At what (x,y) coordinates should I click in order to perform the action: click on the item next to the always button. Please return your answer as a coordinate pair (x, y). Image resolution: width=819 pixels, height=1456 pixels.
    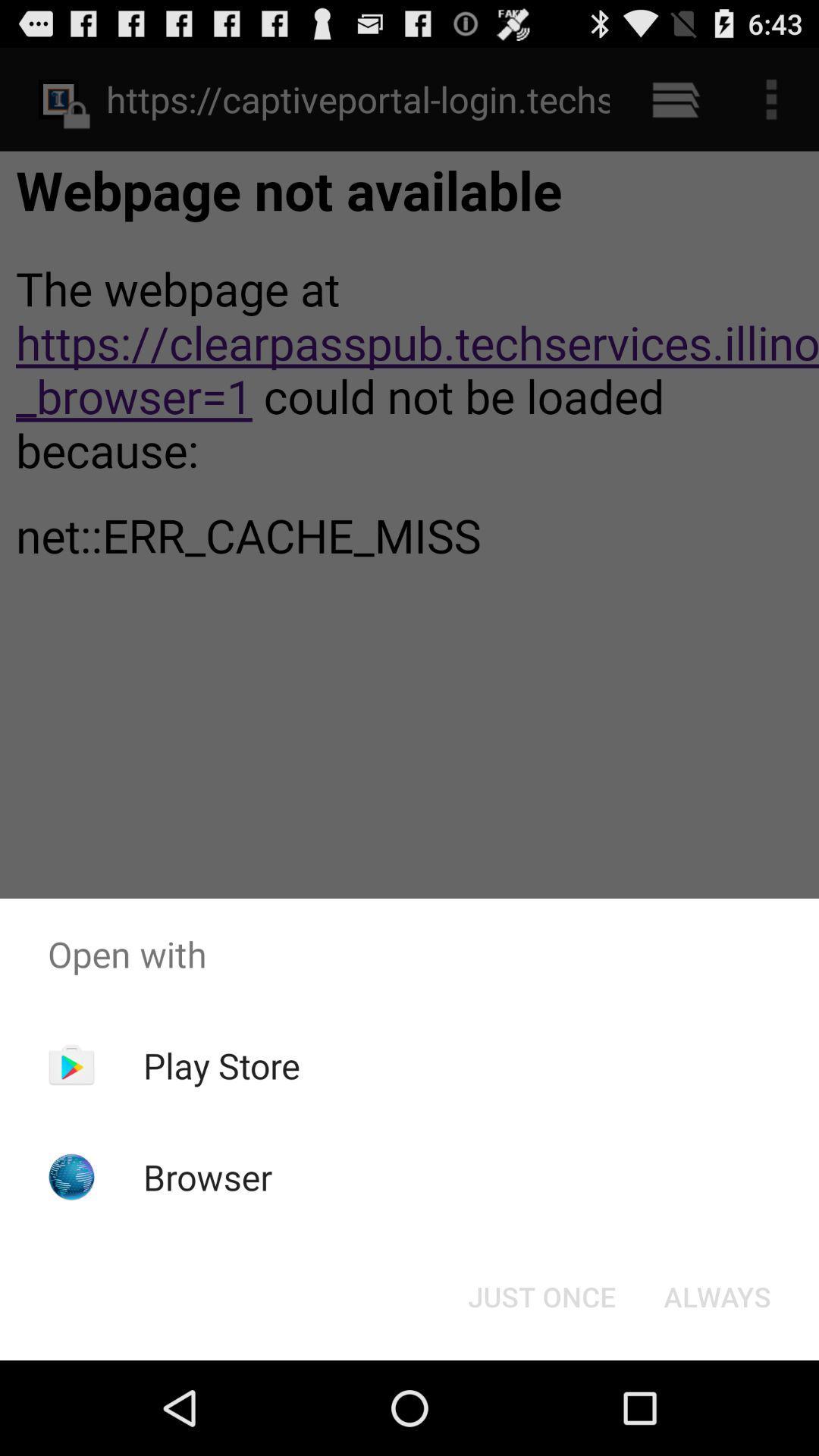
    Looking at the image, I should click on (541, 1295).